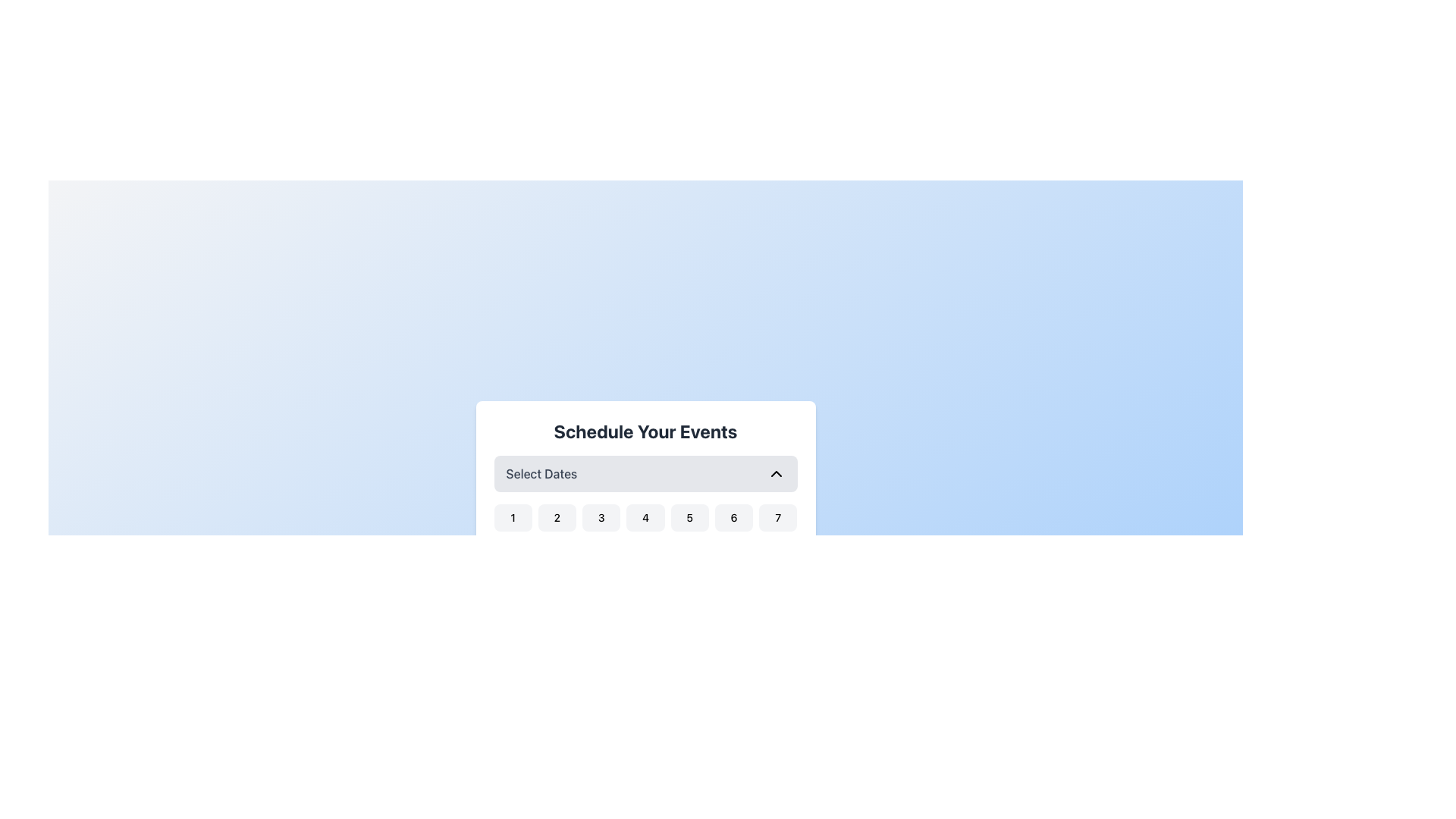  What do you see at coordinates (734, 517) in the screenshot?
I see `the date selection button labeled '6'` at bounding box center [734, 517].